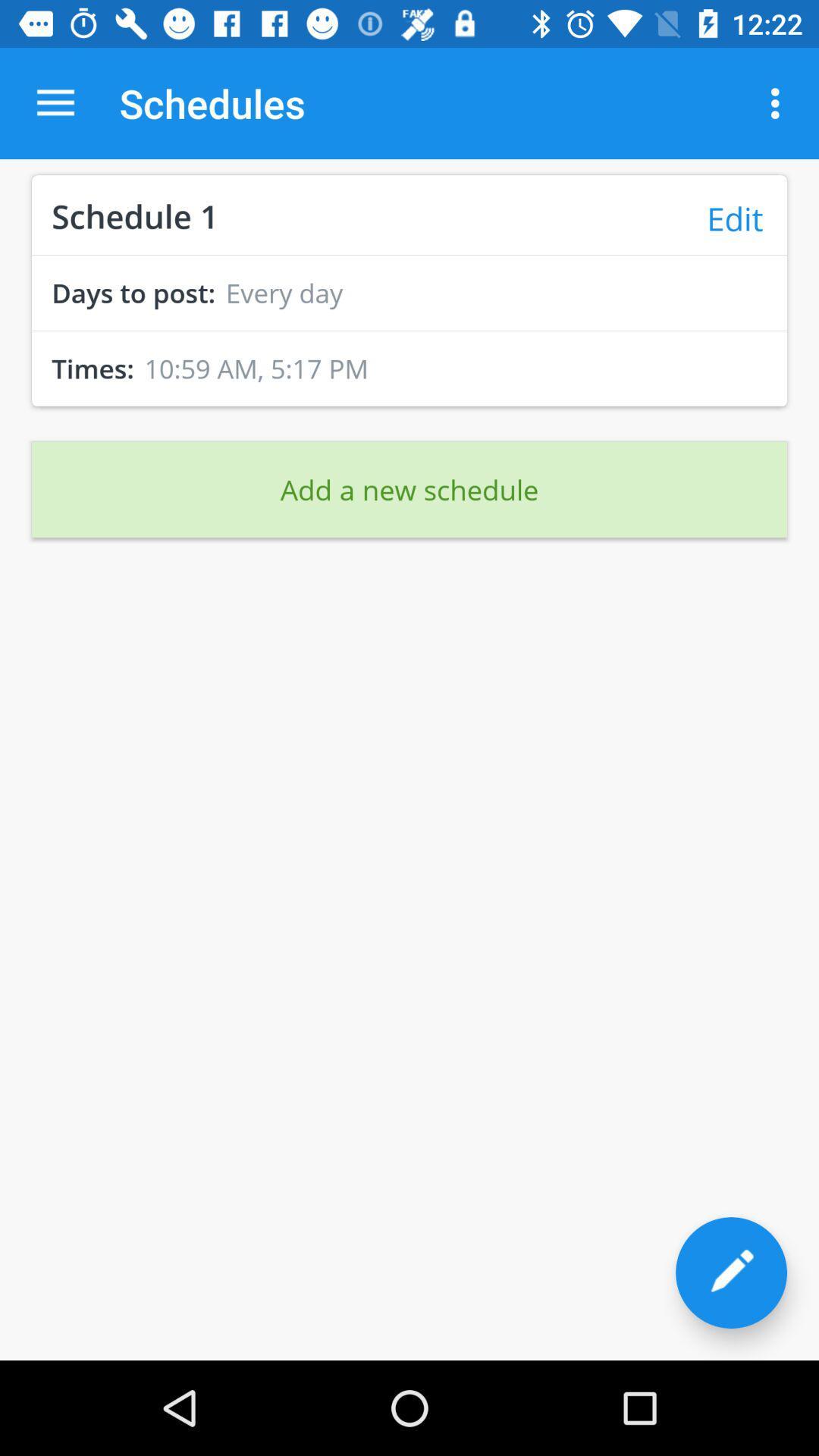 This screenshot has height=1456, width=819. Describe the element at coordinates (730, 1272) in the screenshot. I see `the edit icon` at that location.